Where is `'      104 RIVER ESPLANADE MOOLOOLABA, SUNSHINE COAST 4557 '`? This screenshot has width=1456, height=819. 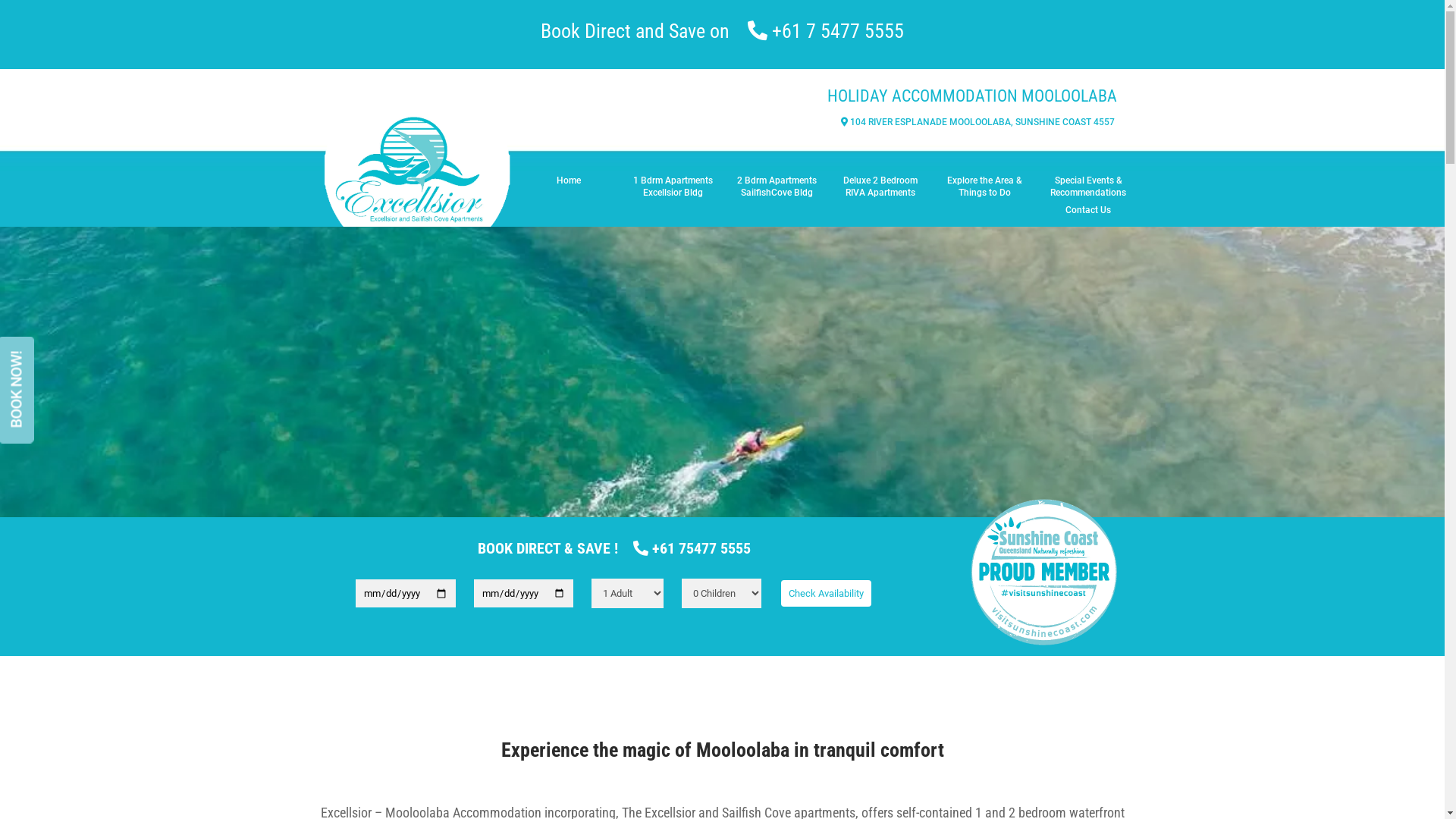 '      104 RIVER ESPLANADE MOOLOOLABA, SUNSHINE COAST 4557 ' is located at coordinates (973, 121).